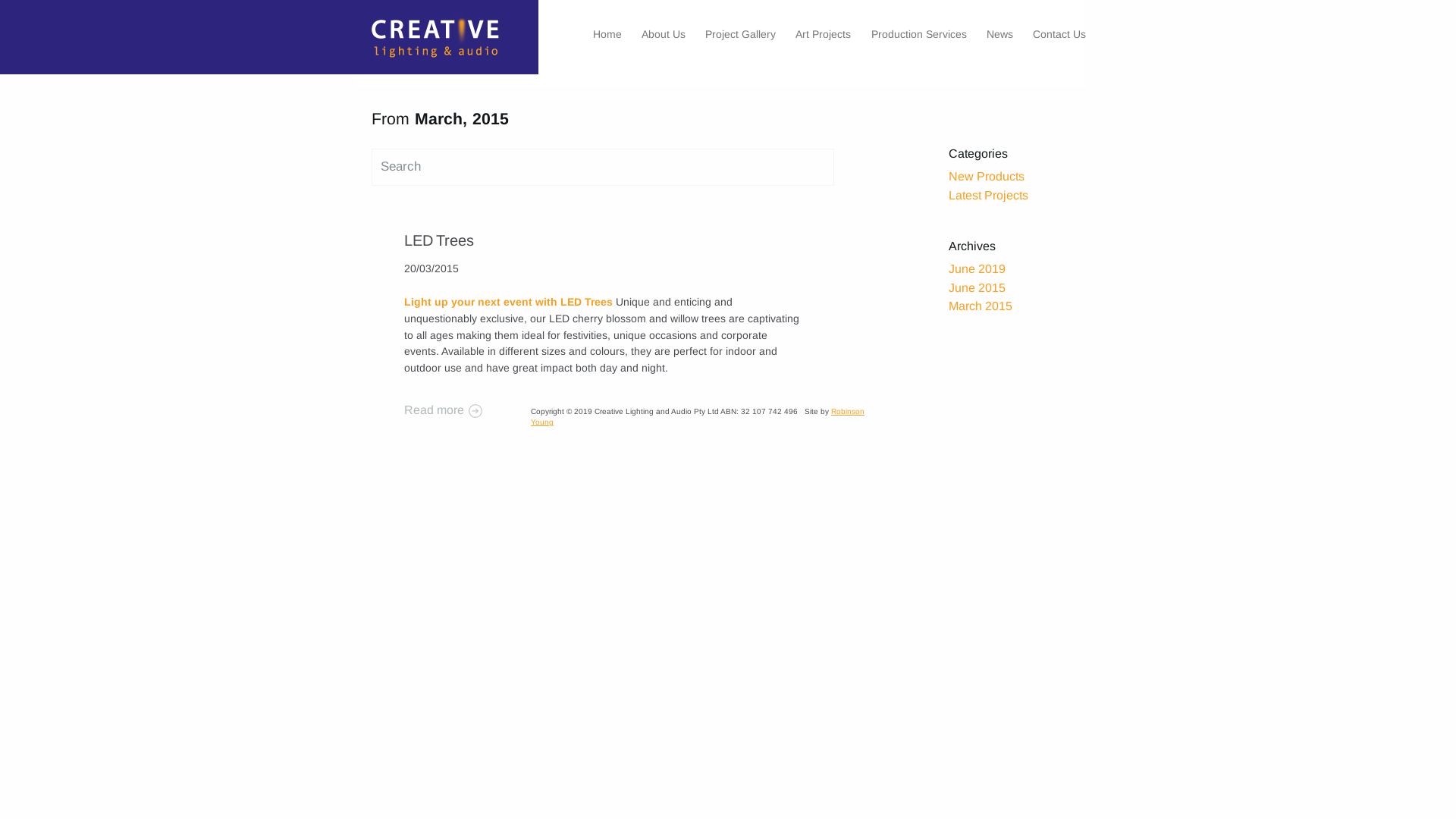 This screenshot has width=1456, height=819. What do you see at coordinates (641, 34) in the screenshot?
I see `'About Us'` at bounding box center [641, 34].